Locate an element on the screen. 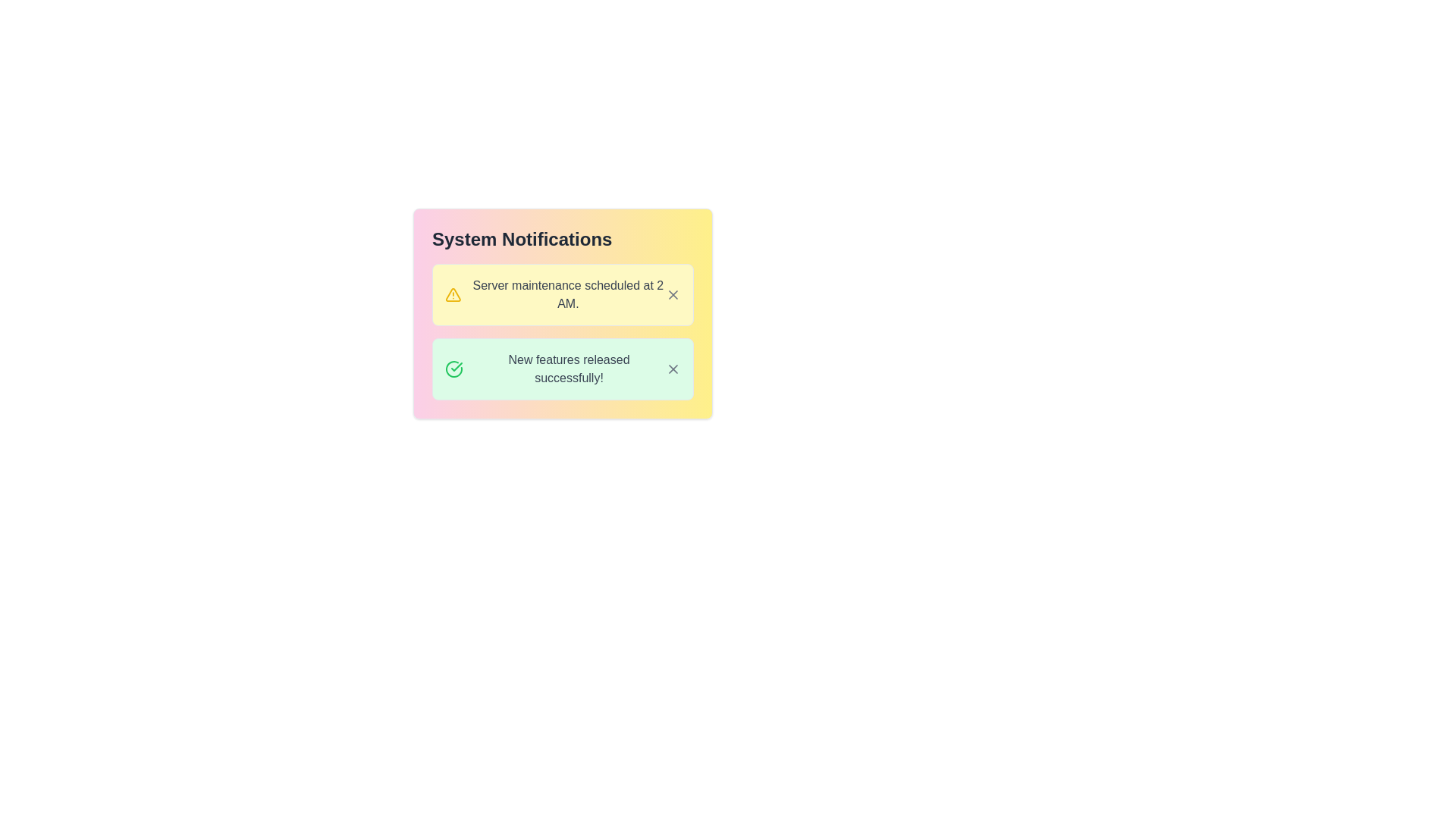 The height and width of the screenshot is (819, 1456). the icon that visually represents a successful operation, located to the left of the text 'New features released successfully!' is located at coordinates (453, 369).